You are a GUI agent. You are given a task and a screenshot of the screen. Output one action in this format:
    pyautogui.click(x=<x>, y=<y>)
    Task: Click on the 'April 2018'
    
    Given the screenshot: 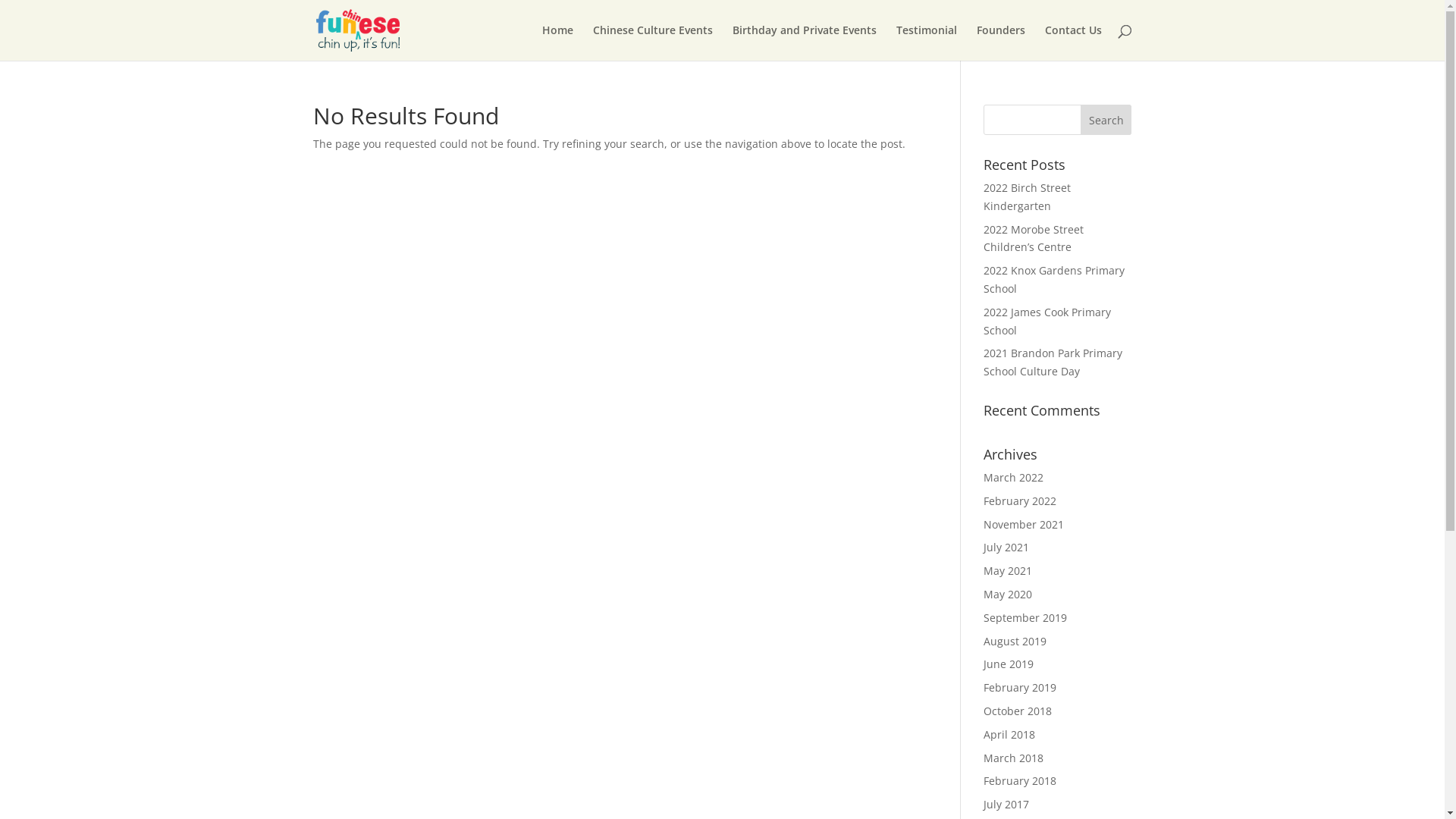 What is the action you would take?
    pyautogui.click(x=1009, y=733)
    